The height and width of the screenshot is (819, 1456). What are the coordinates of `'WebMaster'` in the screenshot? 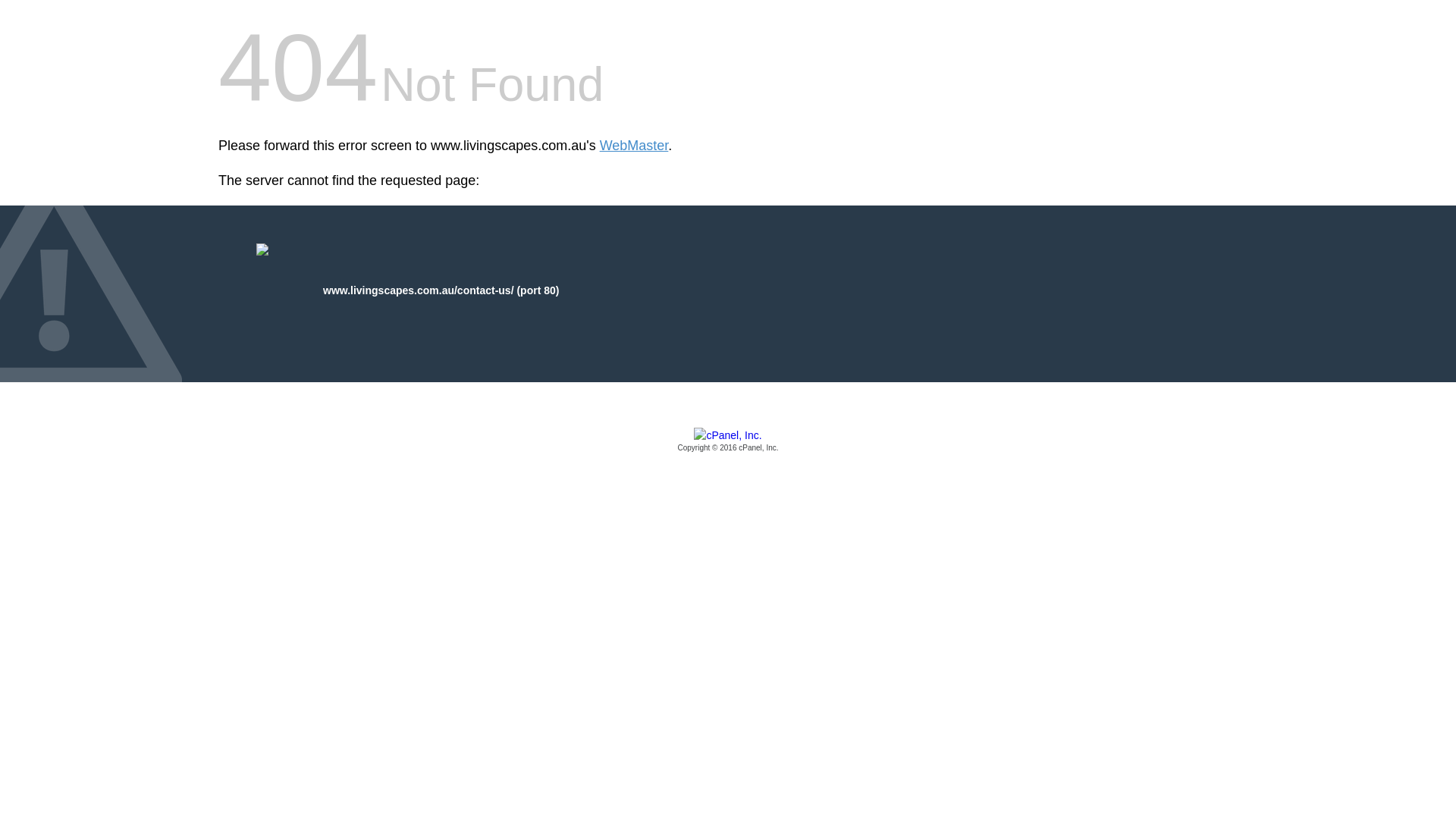 It's located at (634, 146).